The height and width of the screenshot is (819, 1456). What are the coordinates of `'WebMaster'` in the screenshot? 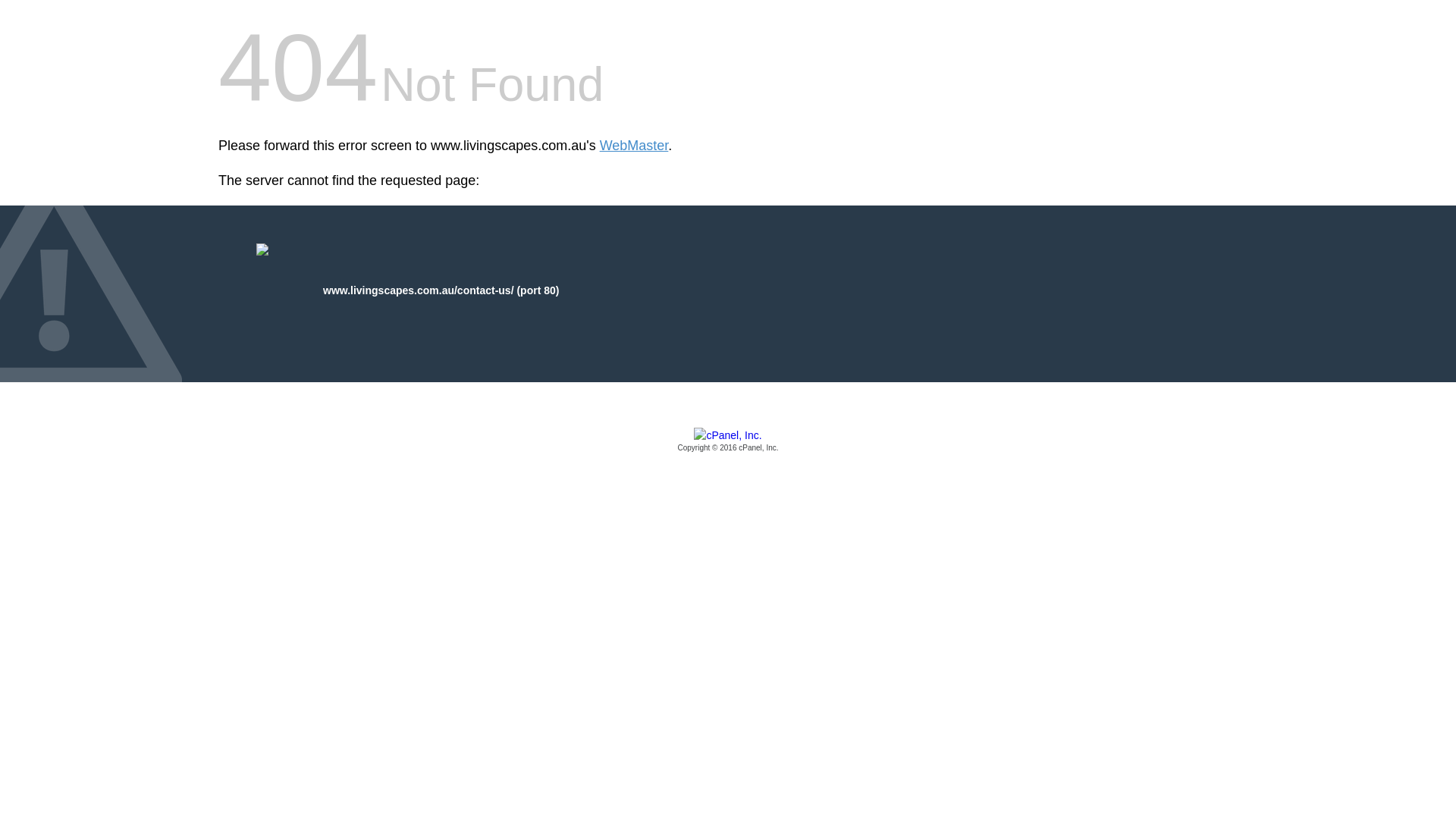 It's located at (634, 146).